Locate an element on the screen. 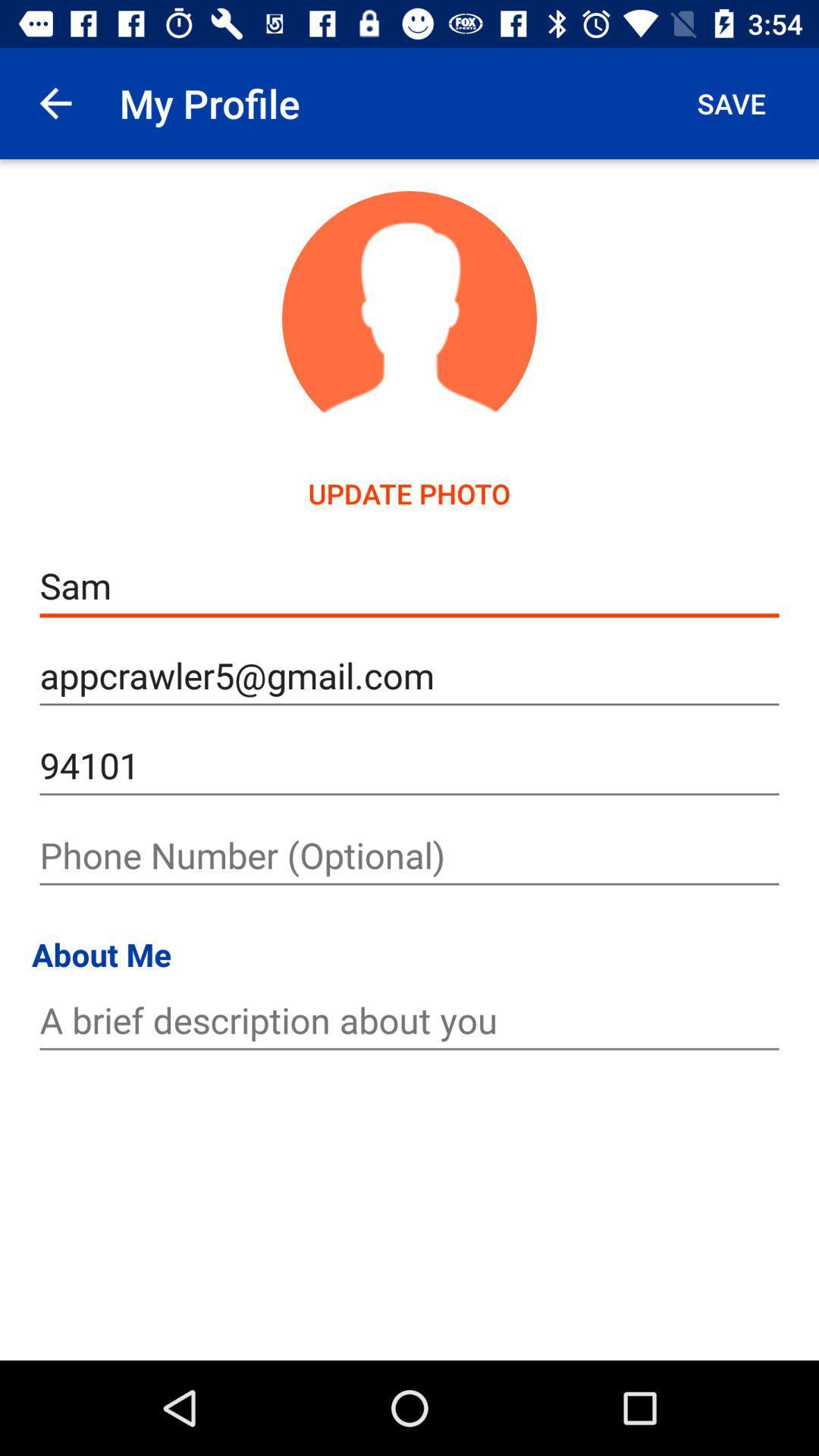 This screenshot has height=1456, width=819. the appcrawler5@gmail.com item is located at coordinates (409, 675).